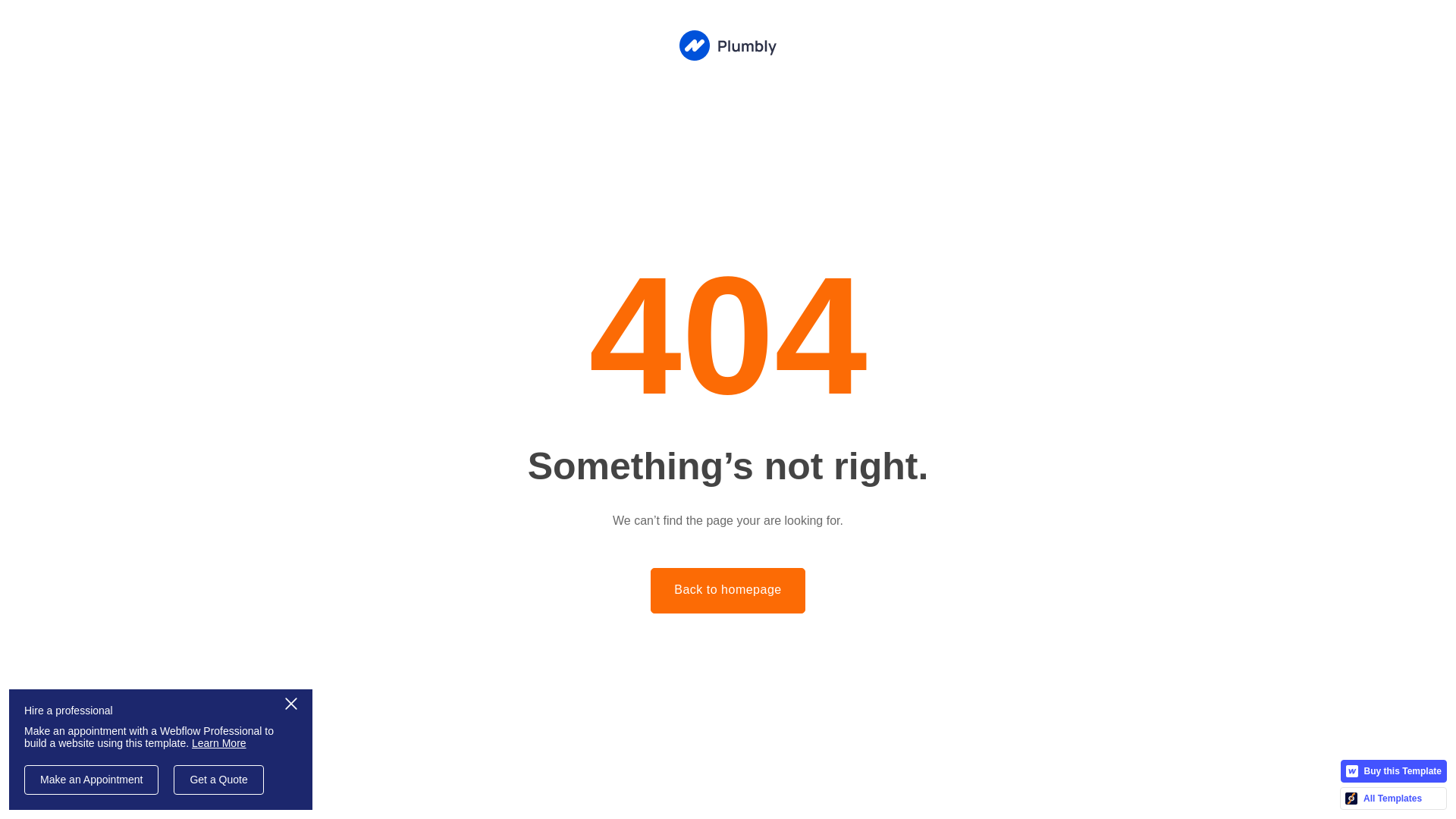 This screenshot has height=819, width=1456. Describe the element at coordinates (218, 780) in the screenshot. I see `'Get a Quote'` at that location.